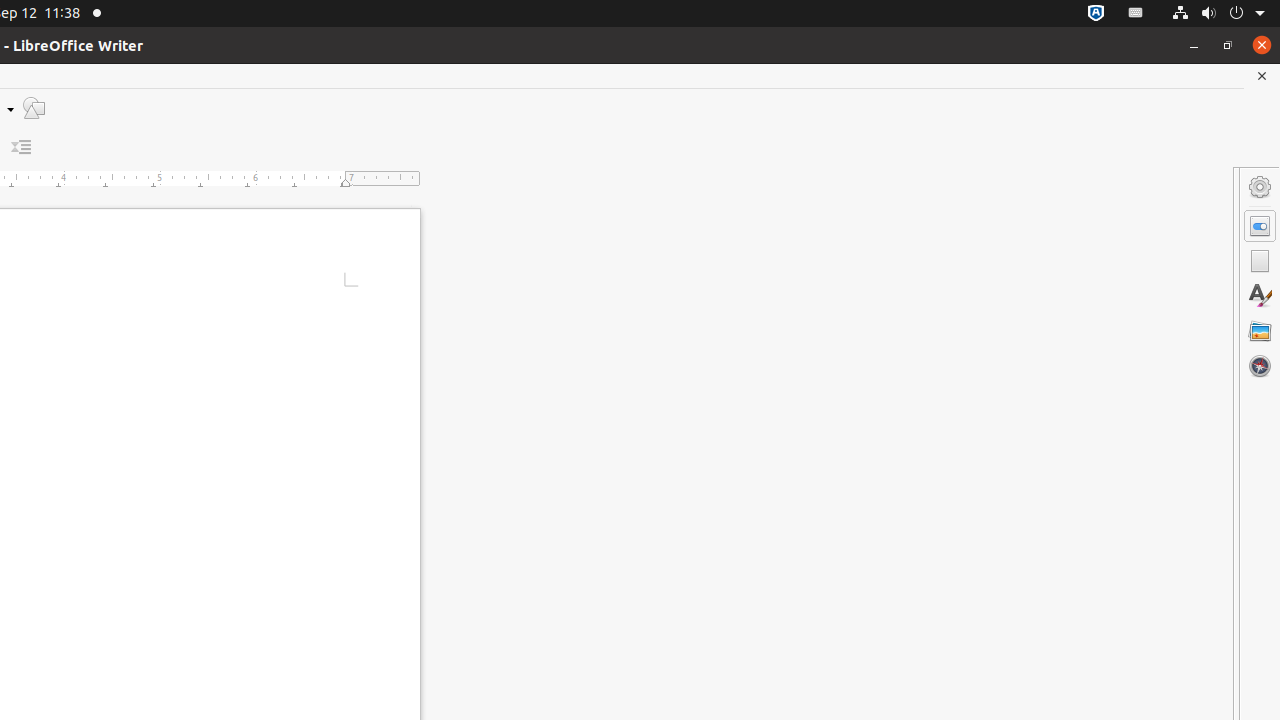 The height and width of the screenshot is (720, 1280). Describe the element at coordinates (1259, 260) in the screenshot. I see `'Page'` at that location.